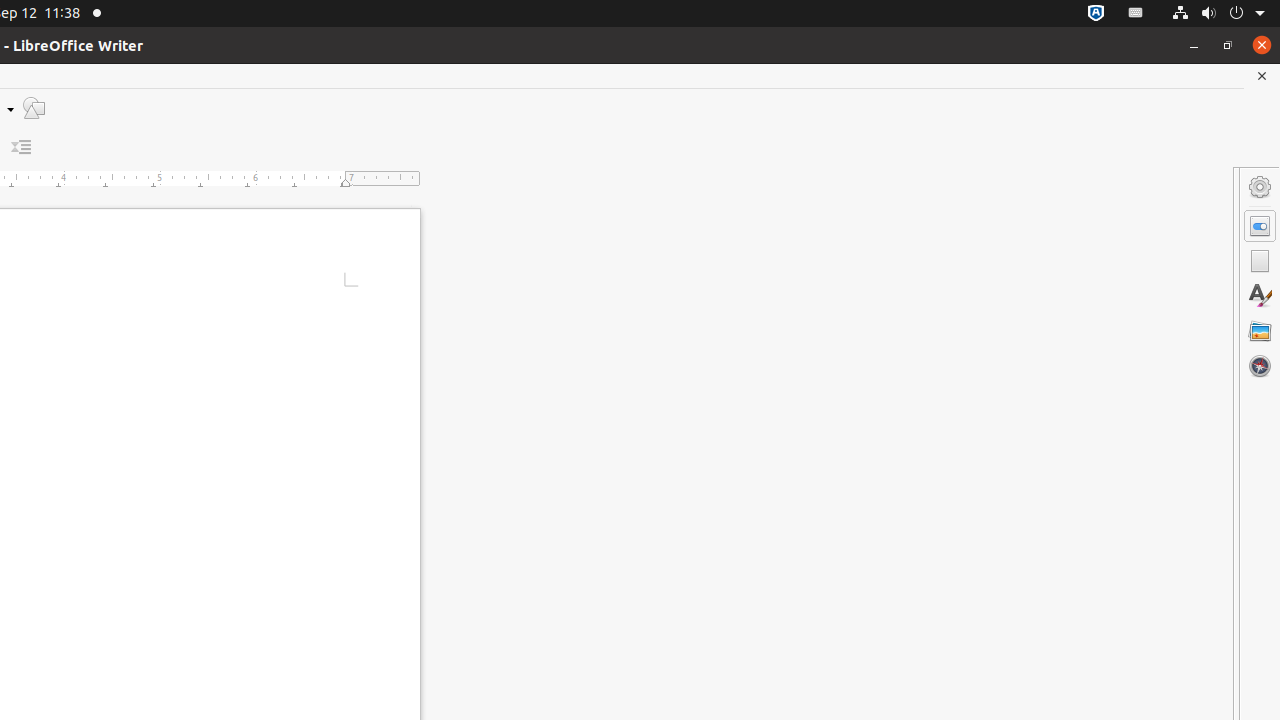 The height and width of the screenshot is (720, 1280). Describe the element at coordinates (1259, 260) in the screenshot. I see `'Page'` at that location.